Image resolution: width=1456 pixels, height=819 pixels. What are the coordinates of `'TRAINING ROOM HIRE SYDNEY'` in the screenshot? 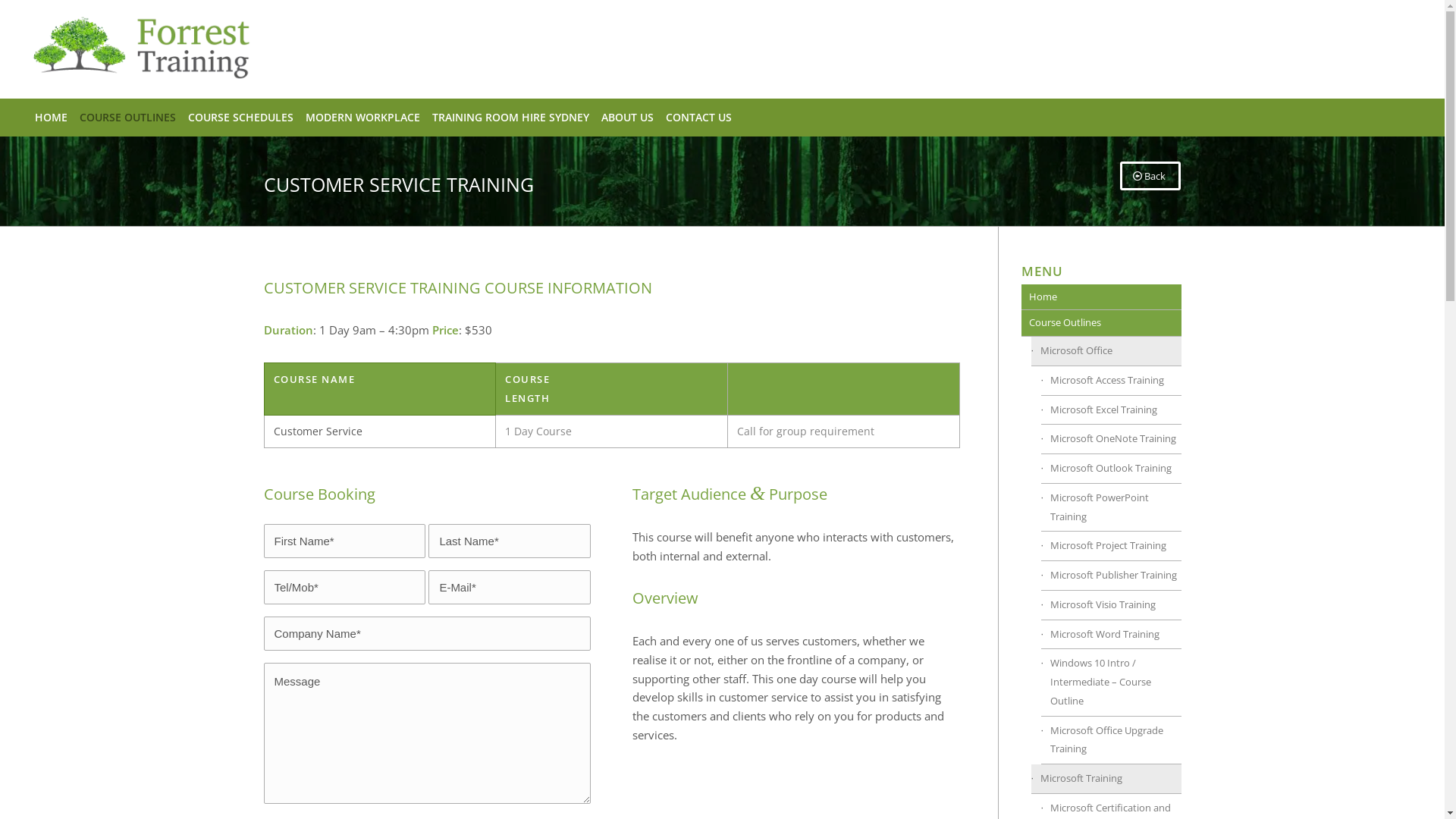 It's located at (425, 116).